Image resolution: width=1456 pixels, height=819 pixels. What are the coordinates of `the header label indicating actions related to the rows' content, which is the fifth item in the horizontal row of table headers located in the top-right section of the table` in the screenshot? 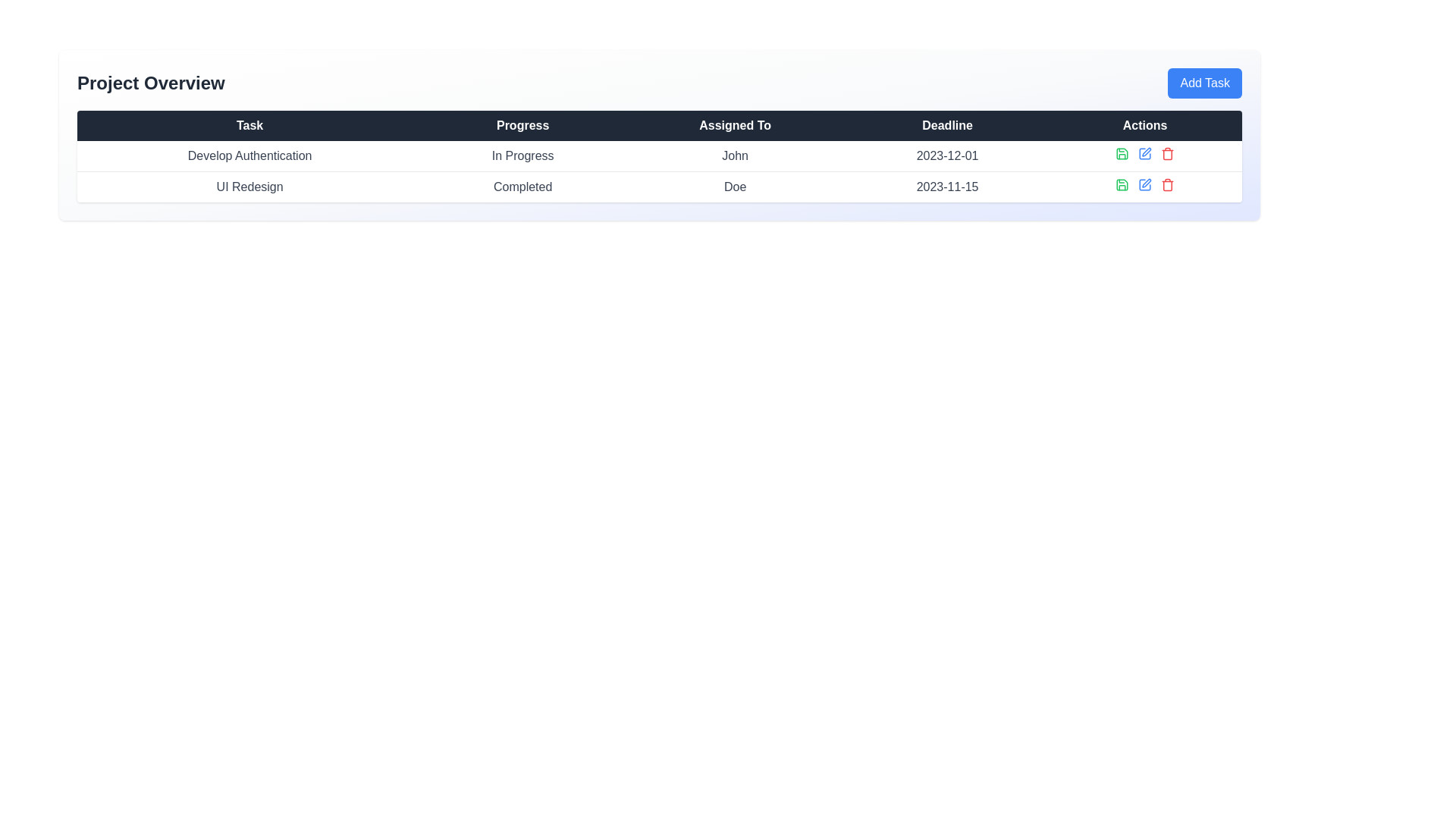 It's located at (1145, 124).